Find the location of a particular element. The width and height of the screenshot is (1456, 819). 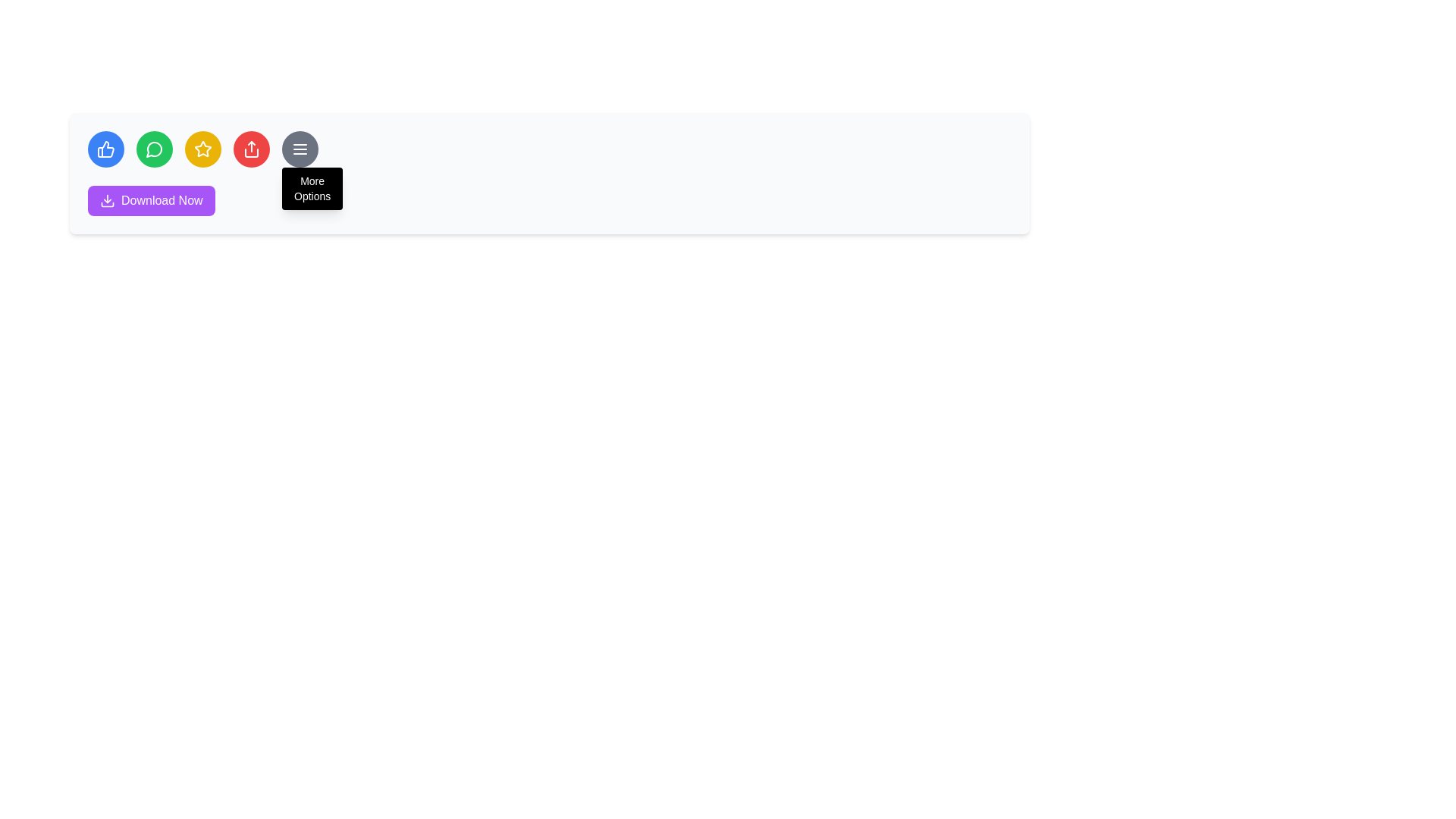

the first circular button in the horizontal row at the top of the interface is located at coordinates (105, 149).